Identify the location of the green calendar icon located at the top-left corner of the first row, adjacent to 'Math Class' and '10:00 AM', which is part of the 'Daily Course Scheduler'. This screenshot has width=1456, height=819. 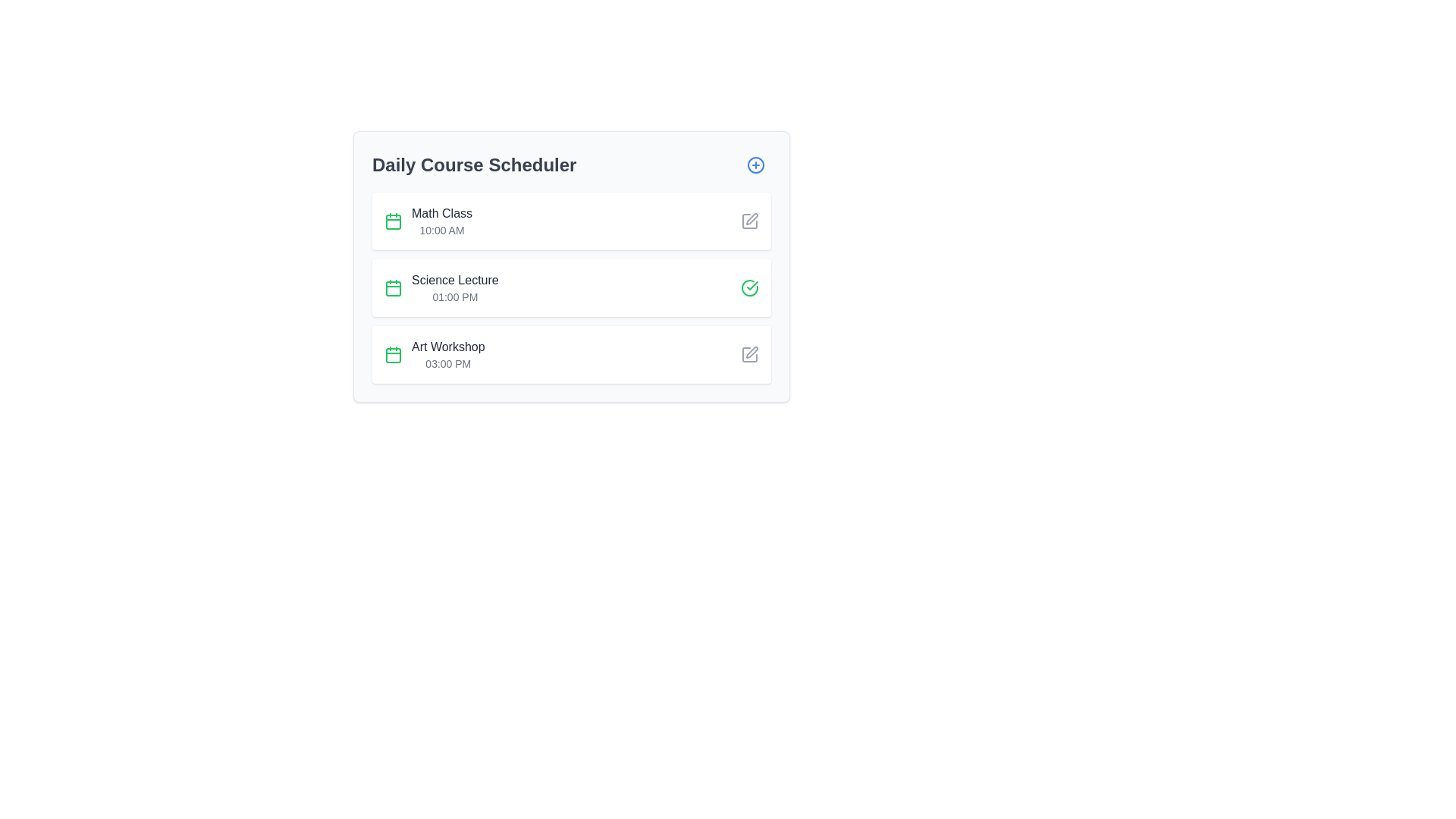
(393, 221).